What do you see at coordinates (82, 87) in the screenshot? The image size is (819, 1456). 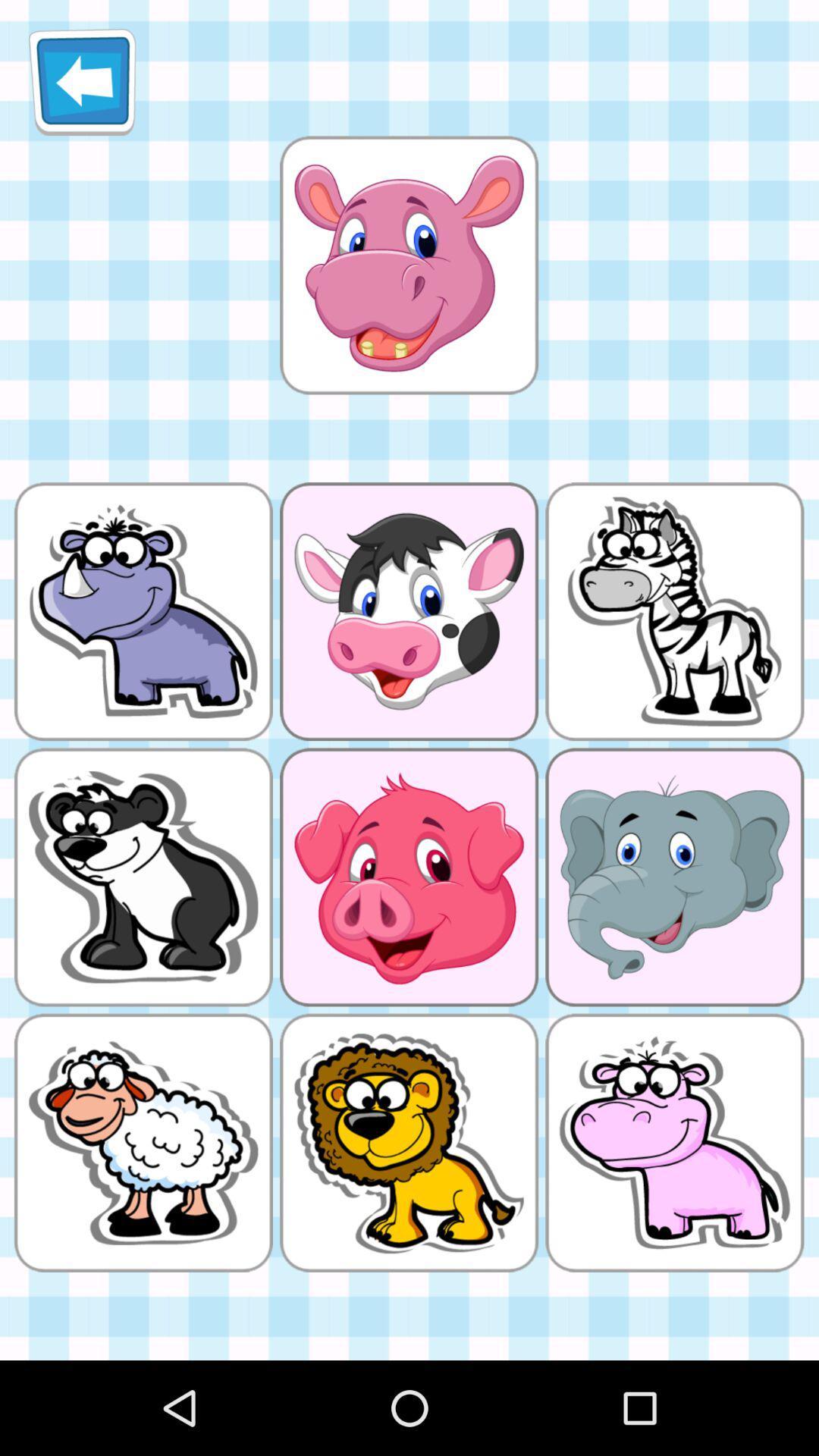 I see `the arrow_backward icon` at bounding box center [82, 87].